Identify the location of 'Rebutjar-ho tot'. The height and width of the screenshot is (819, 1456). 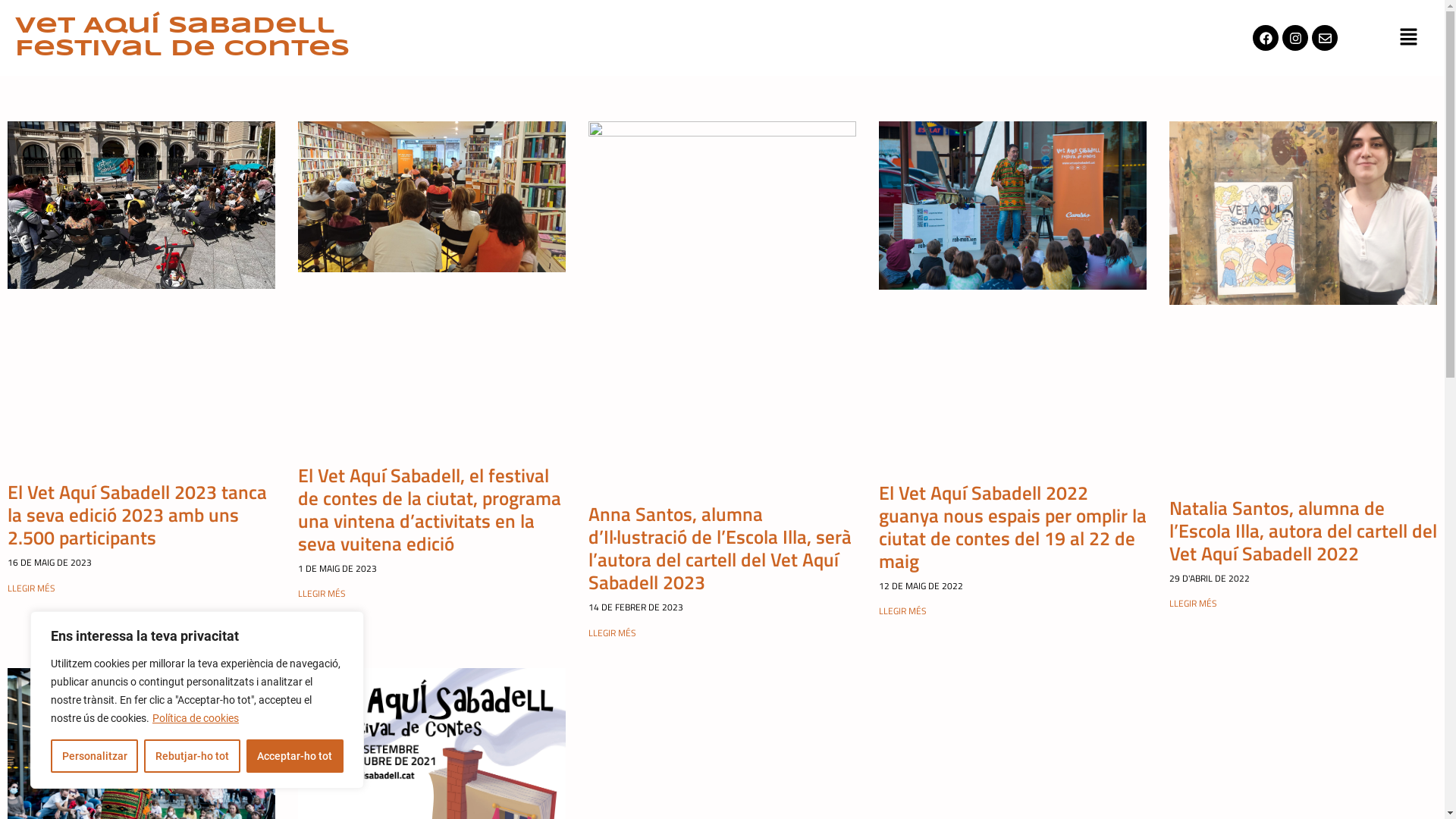
(144, 755).